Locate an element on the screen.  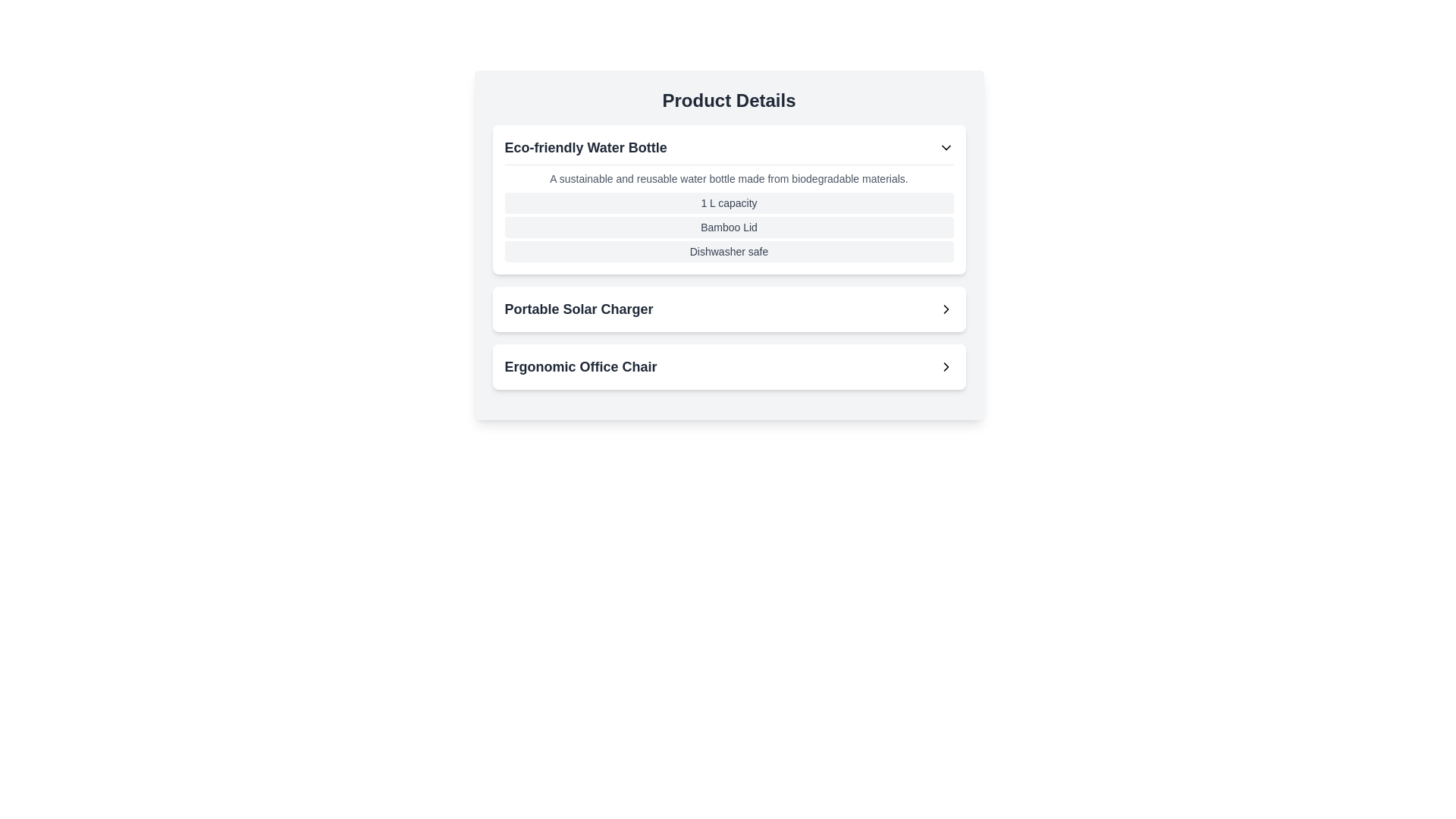
the interactive button that allows the user is located at coordinates (729, 366).